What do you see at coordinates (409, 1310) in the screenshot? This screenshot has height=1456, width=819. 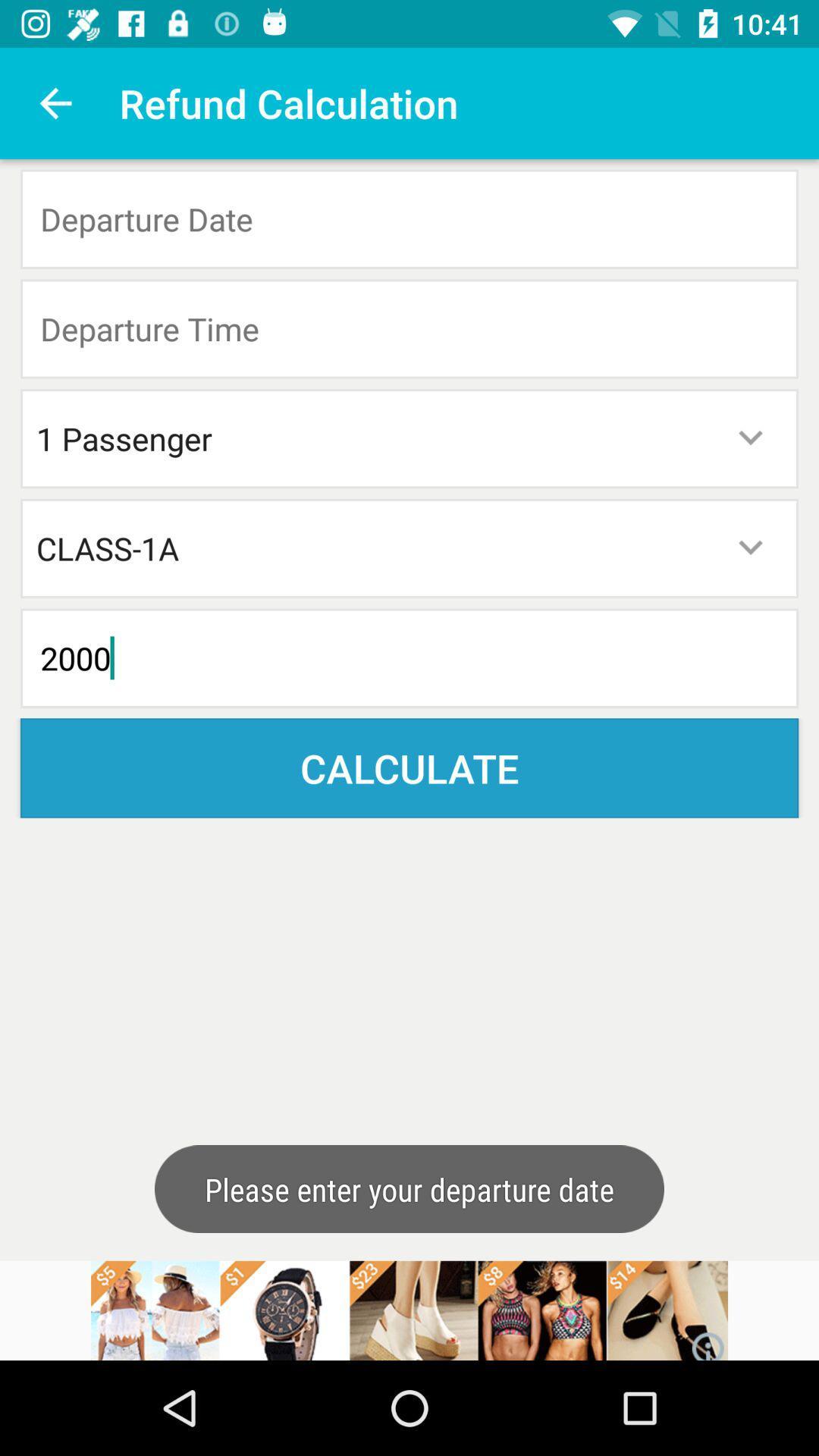 I see `advertisent page` at bounding box center [409, 1310].